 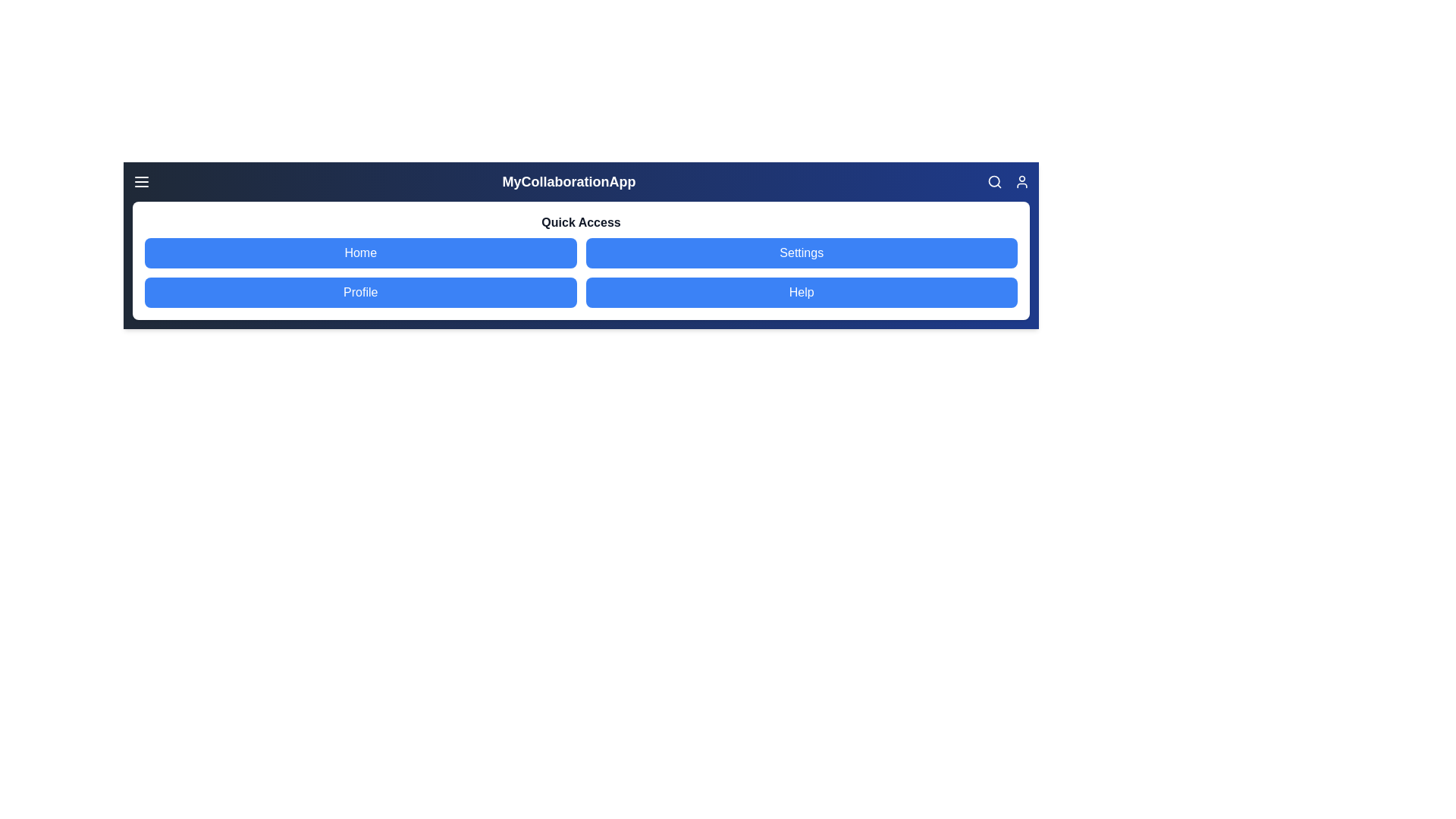 I want to click on the Home button in the quick access section, so click(x=359, y=253).